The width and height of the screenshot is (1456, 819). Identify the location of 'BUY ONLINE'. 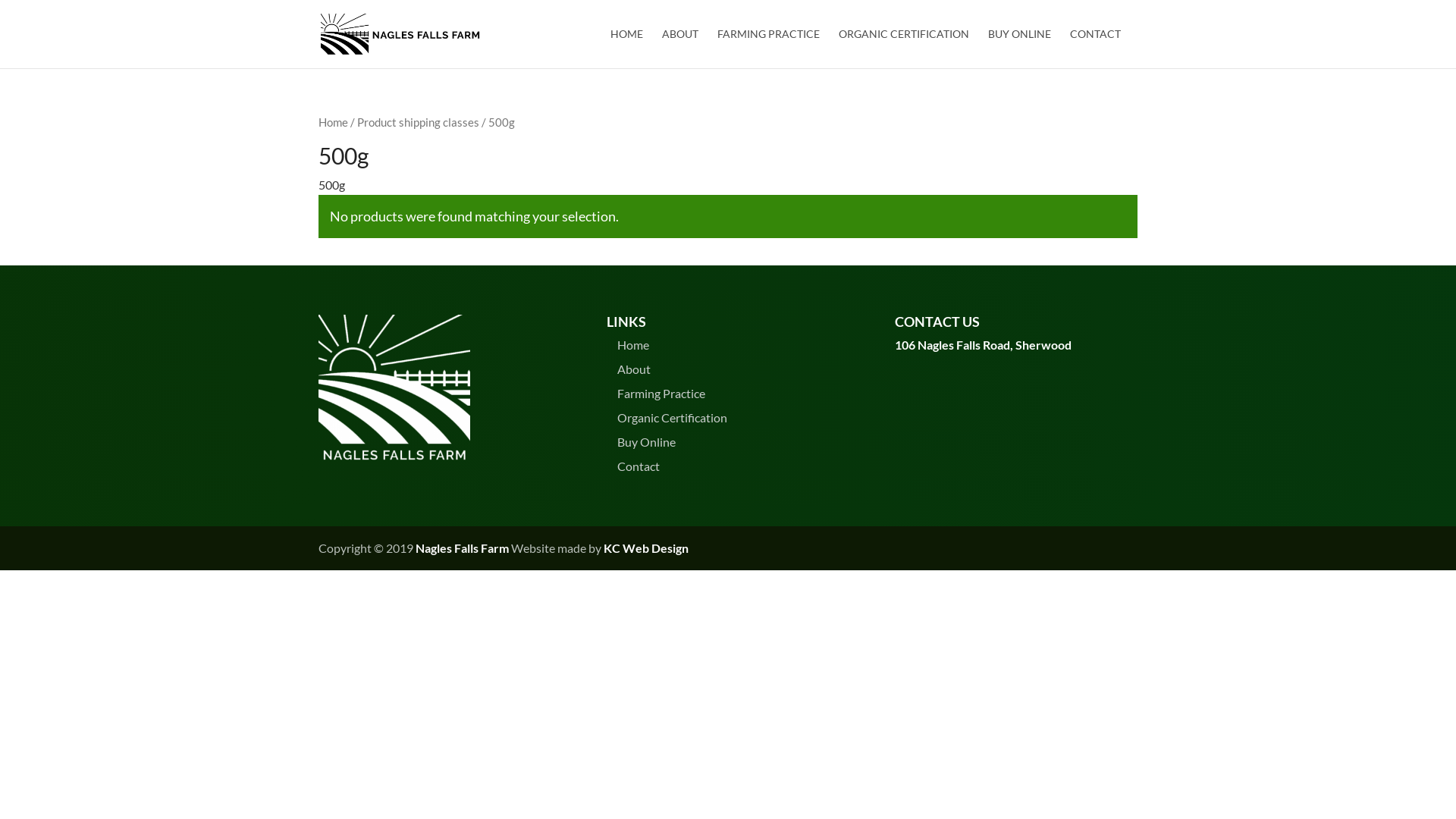
(1019, 48).